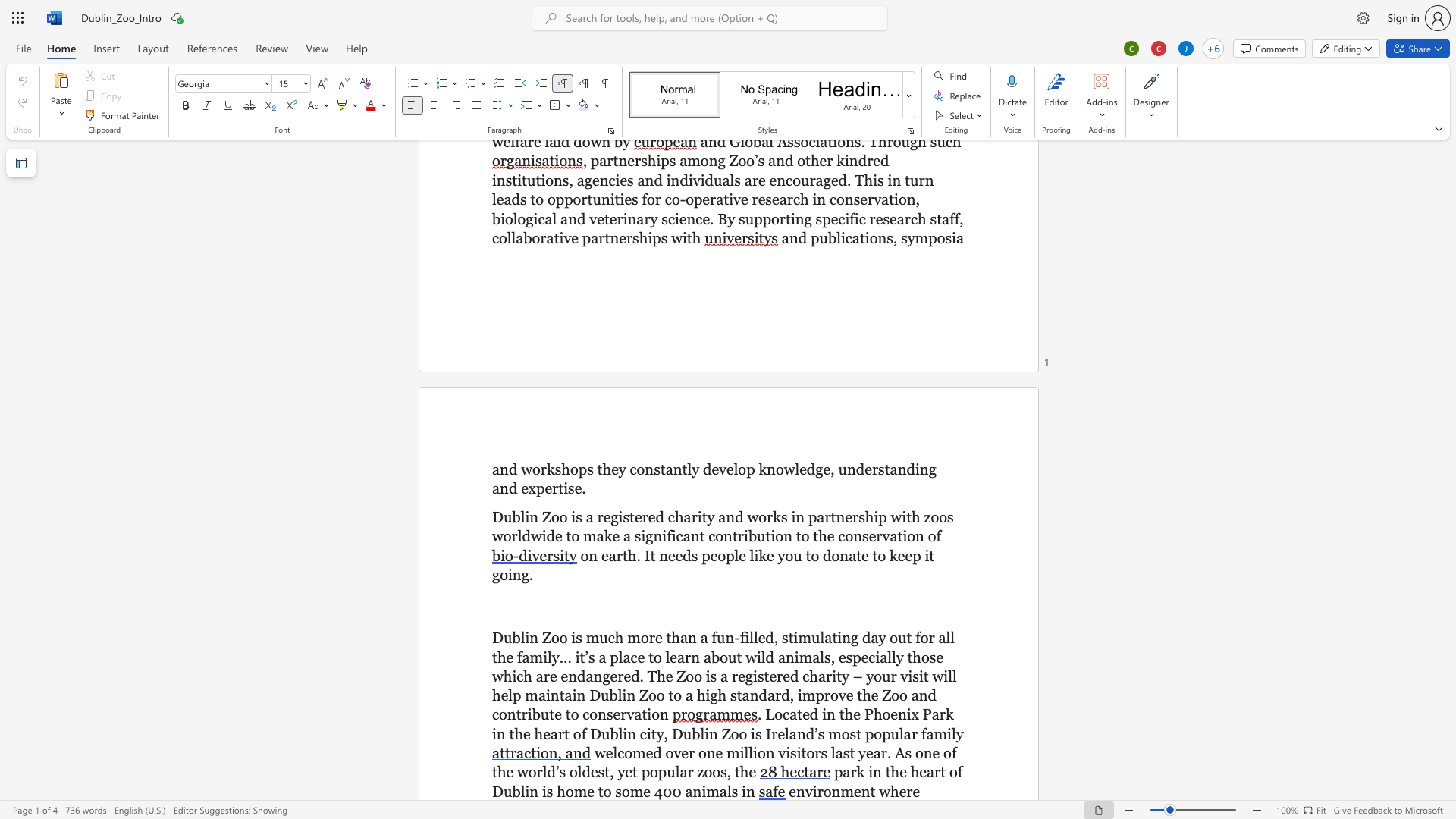 The height and width of the screenshot is (819, 1456). I want to click on the space between the continuous character "d" and "o" in the text, so click(830, 555).